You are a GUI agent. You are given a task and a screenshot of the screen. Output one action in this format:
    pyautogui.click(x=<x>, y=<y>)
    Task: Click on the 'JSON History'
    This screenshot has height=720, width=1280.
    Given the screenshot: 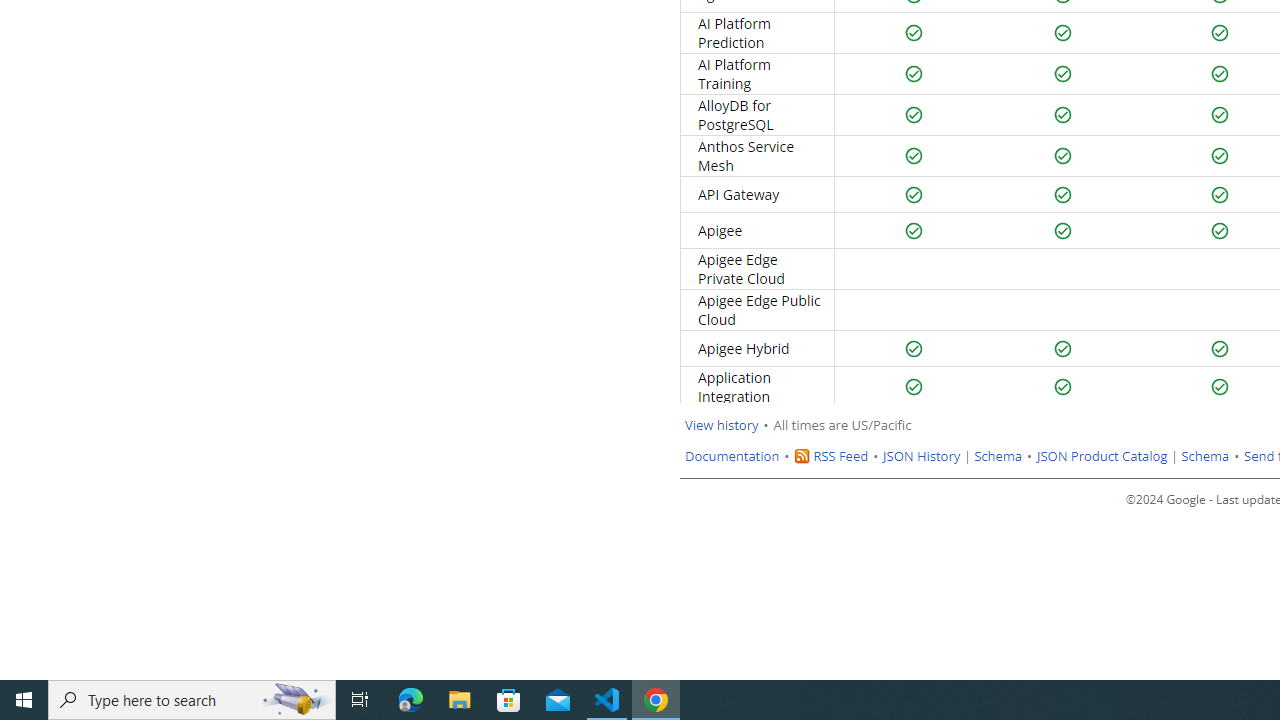 What is the action you would take?
    pyautogui.click(x=921, y=456)
    